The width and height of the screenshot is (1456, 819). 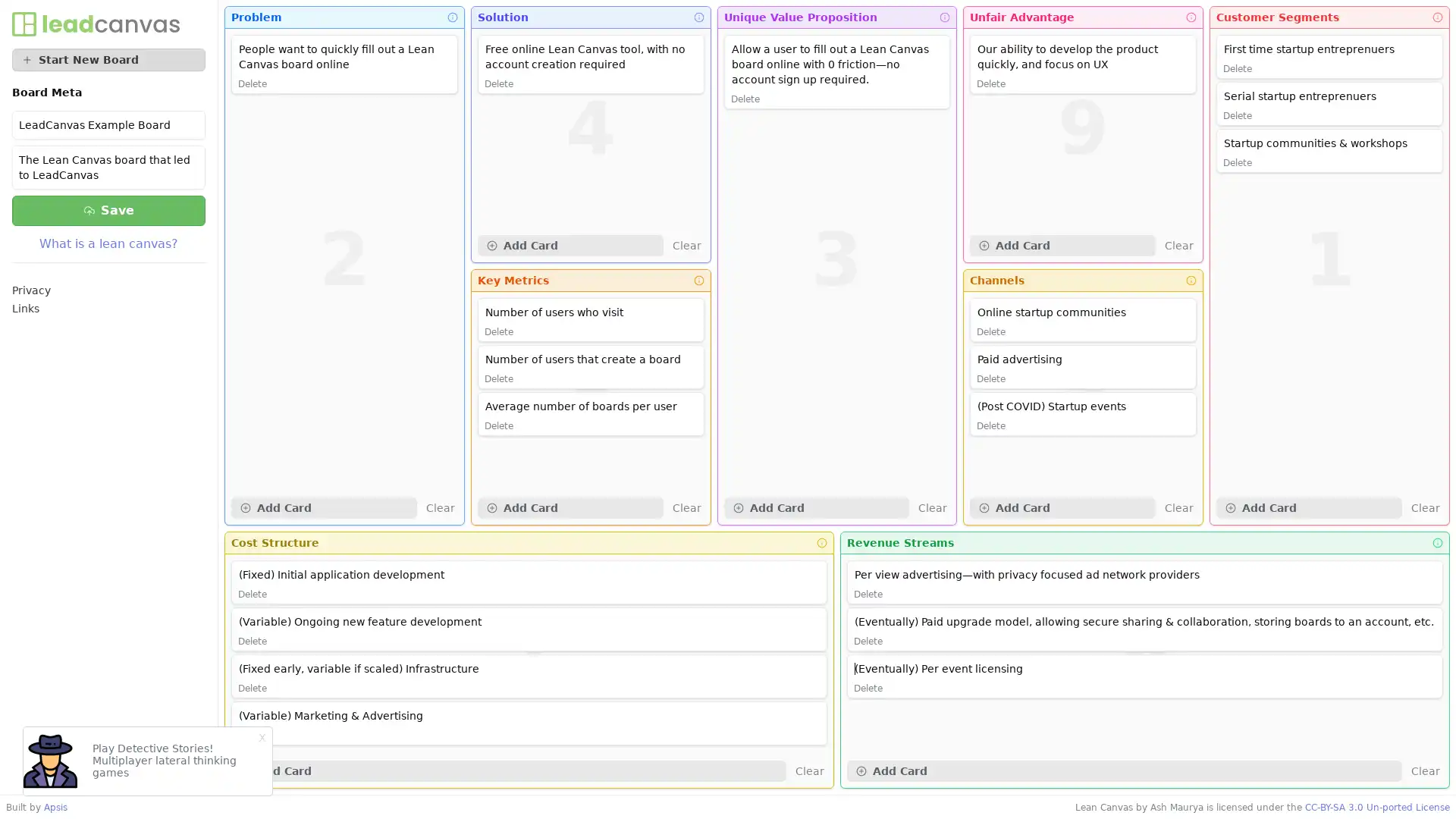 What do you see at coordinates (868, 641) in the screenshot?
I see `Delete` at bounding box center [868, 641].